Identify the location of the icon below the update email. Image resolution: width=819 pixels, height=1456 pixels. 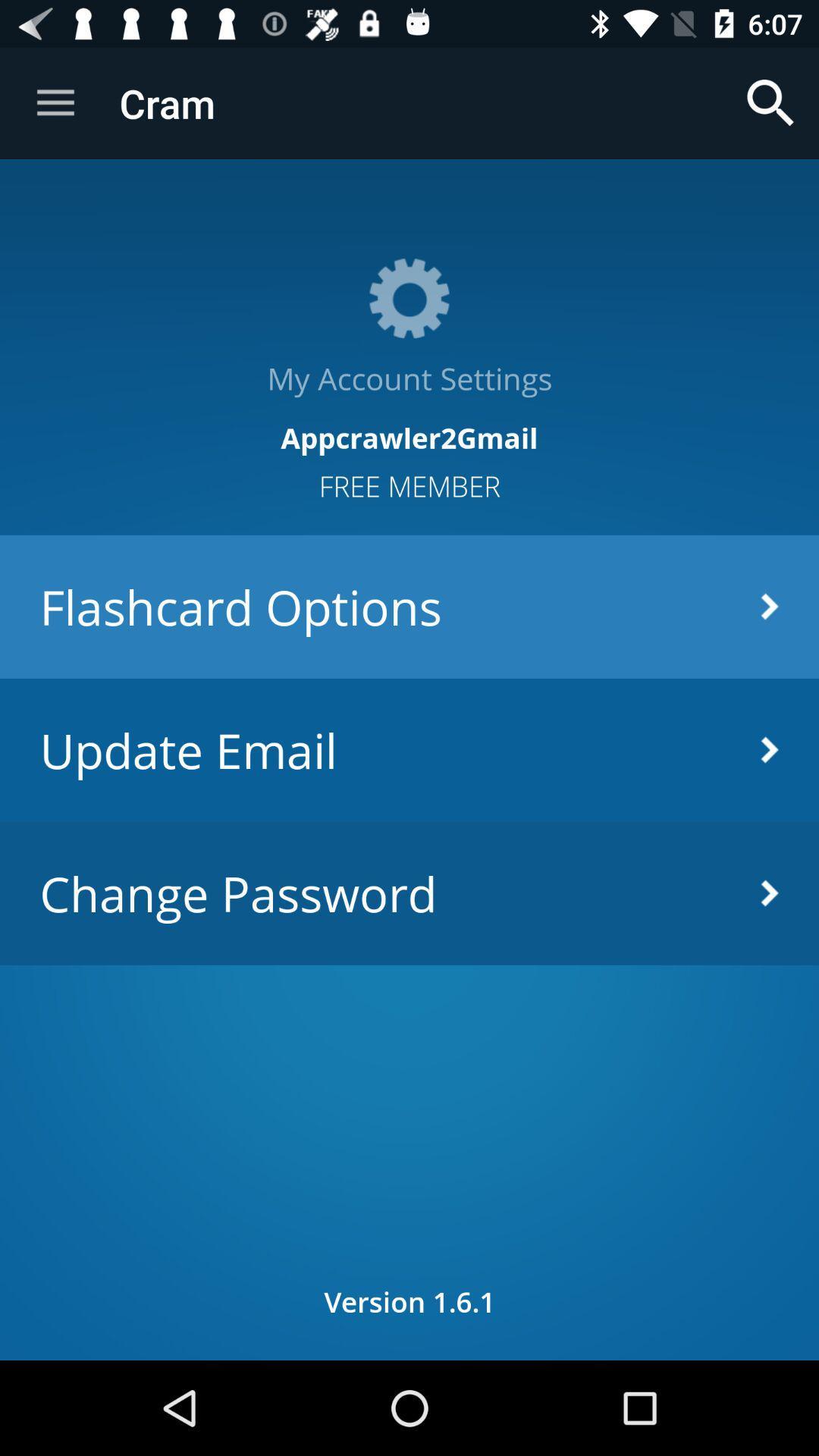
(409, 893).